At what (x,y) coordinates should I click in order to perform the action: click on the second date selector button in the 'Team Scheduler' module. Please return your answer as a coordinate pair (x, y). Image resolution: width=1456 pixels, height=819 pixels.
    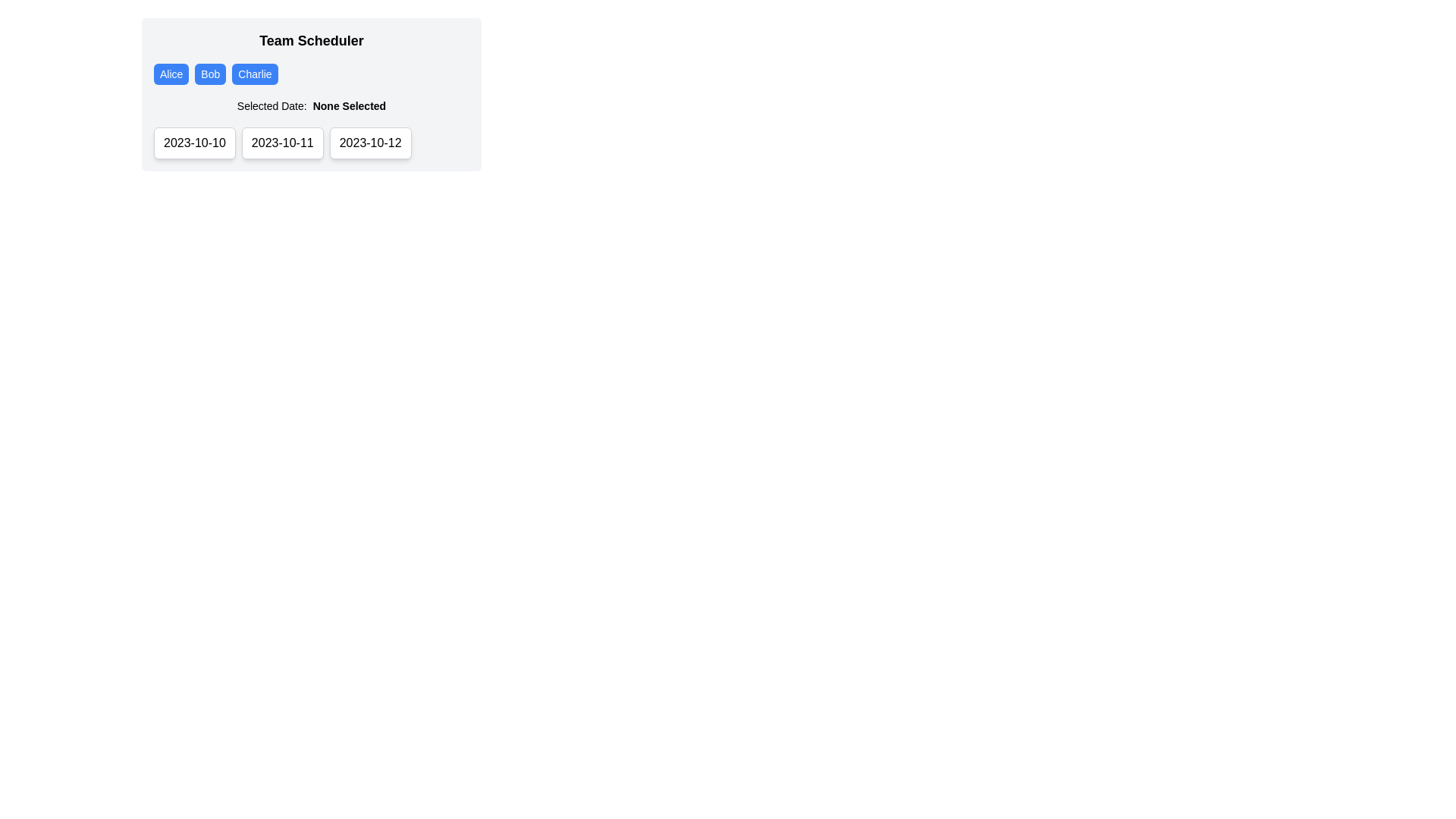
    Looking at the image, I should click on (311, 143).